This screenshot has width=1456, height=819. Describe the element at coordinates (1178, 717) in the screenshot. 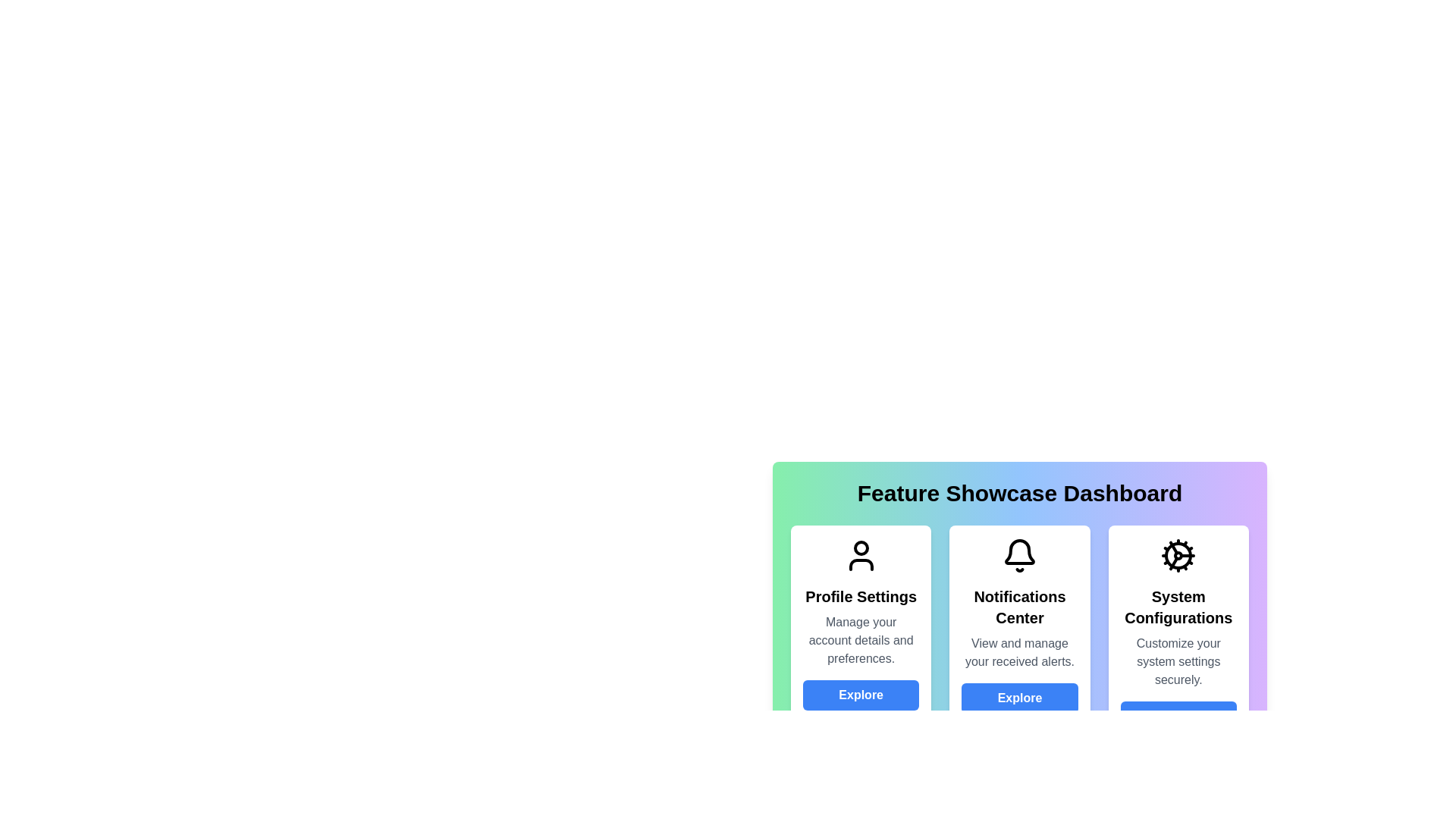

I see `the button at the bottom of the 'System Configurations' card in the 'Feature Showcase Dashboard' and activate it` at that location.